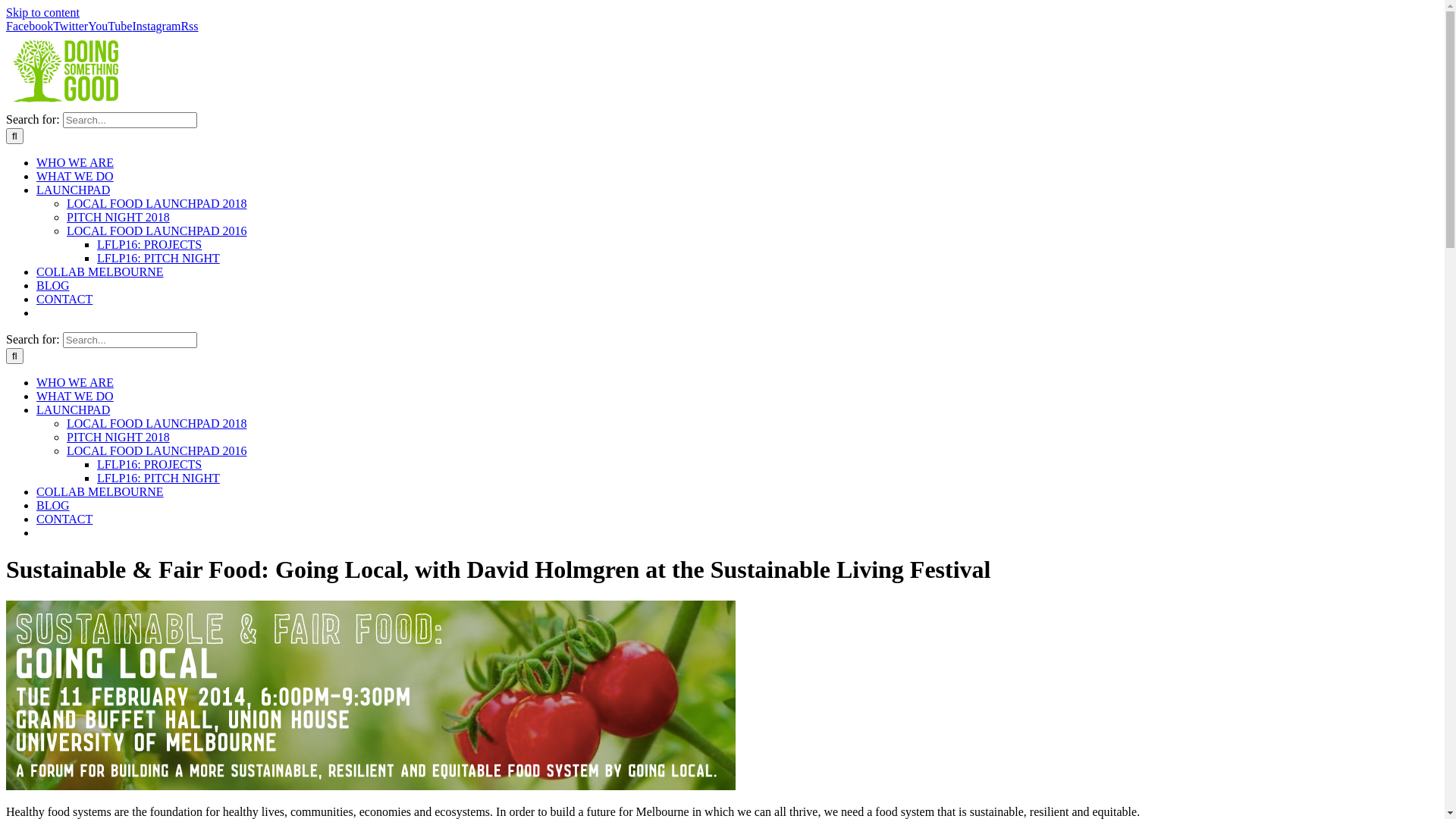 Image resolution: width=1456 pixels, height=819 pixels. I want to click on 'Instagram', so click(131, 26).